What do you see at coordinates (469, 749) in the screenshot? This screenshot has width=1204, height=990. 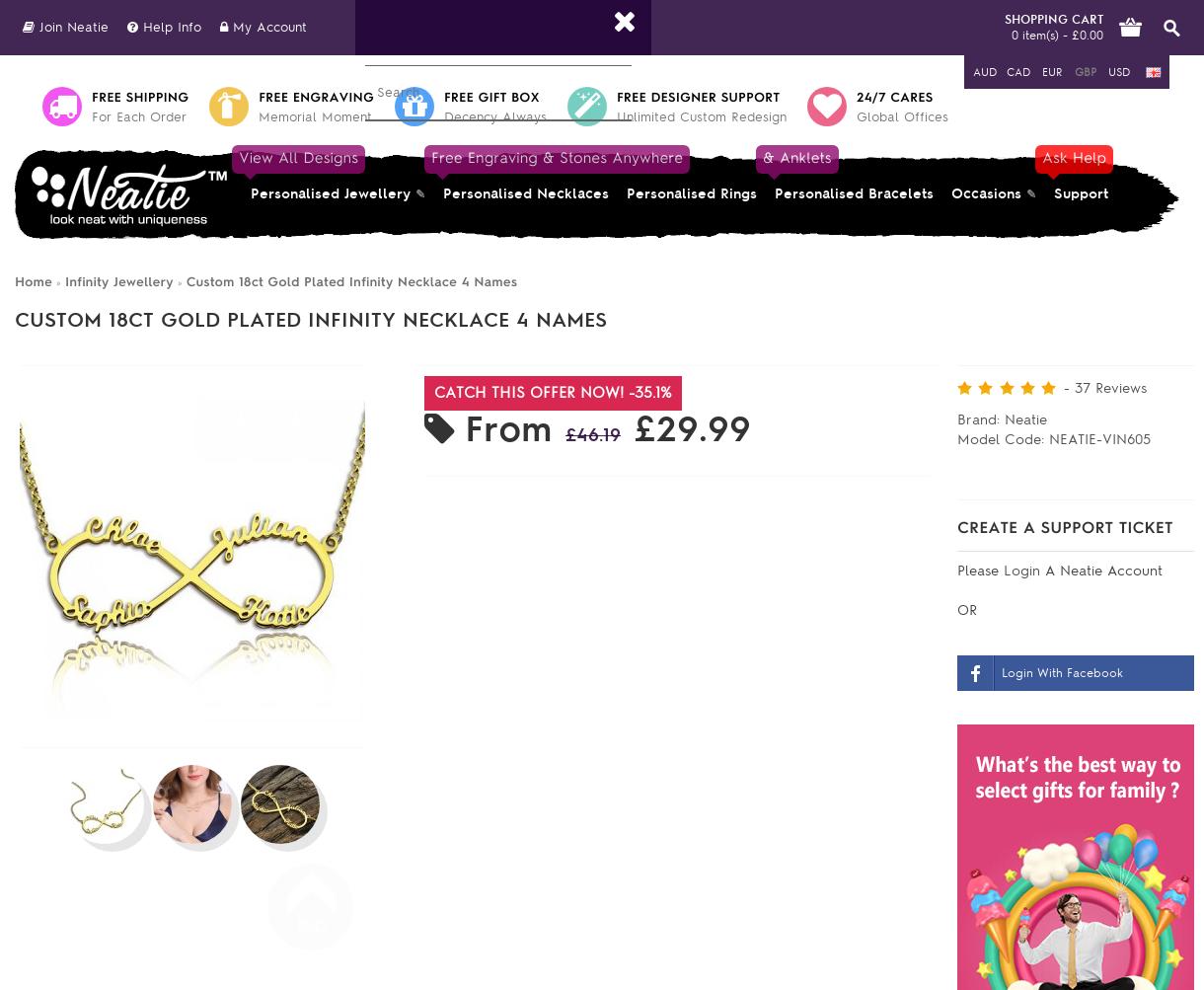 I see `'Chain Length:'` at bounding box center [469, 749].